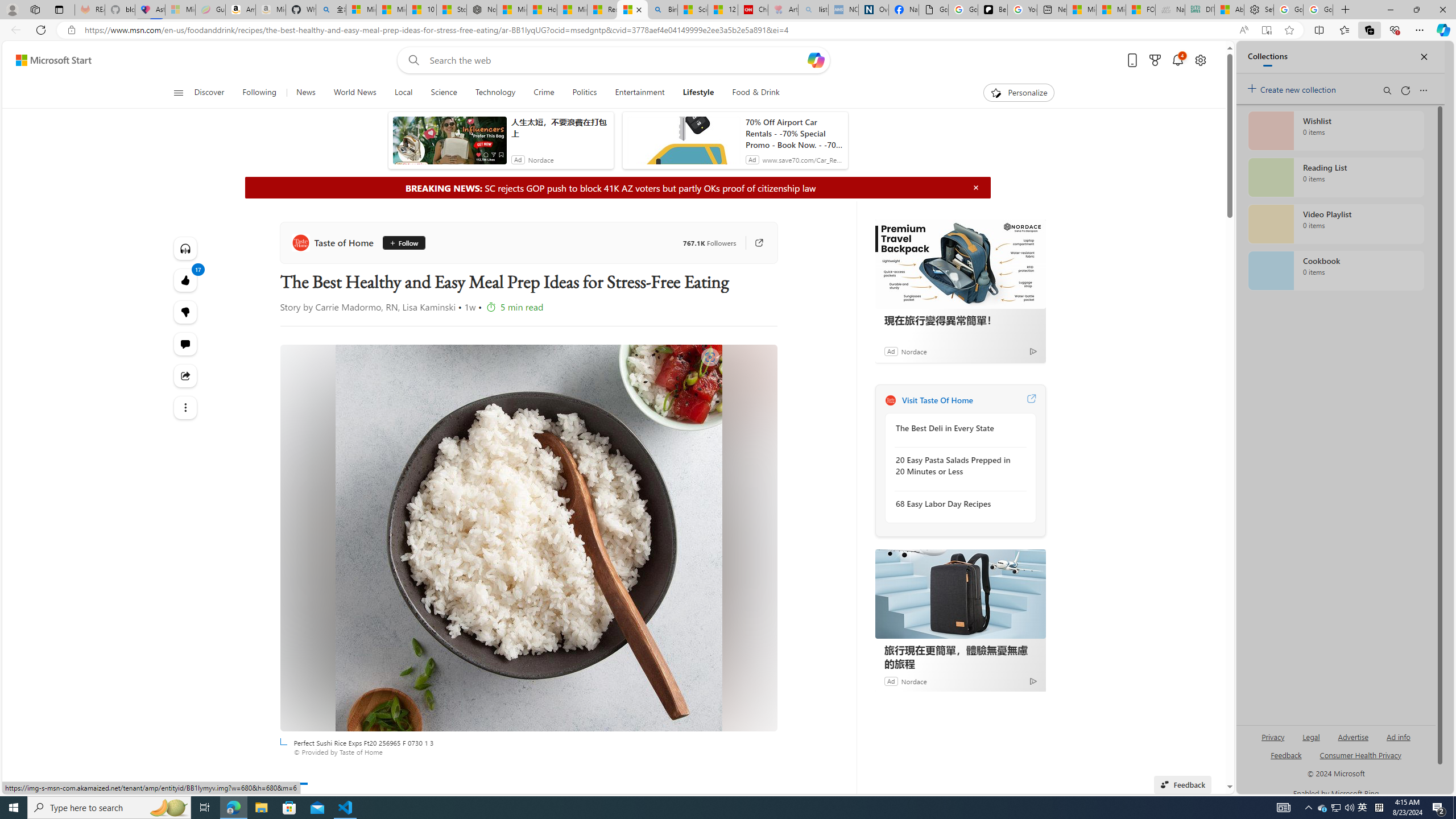  What do you see at coordinates (482, 9) in the screenshot?
I see `'Nordace - Nordace Siena Is Not An Ordinary Backpack'` at bounding box center [482, 9].